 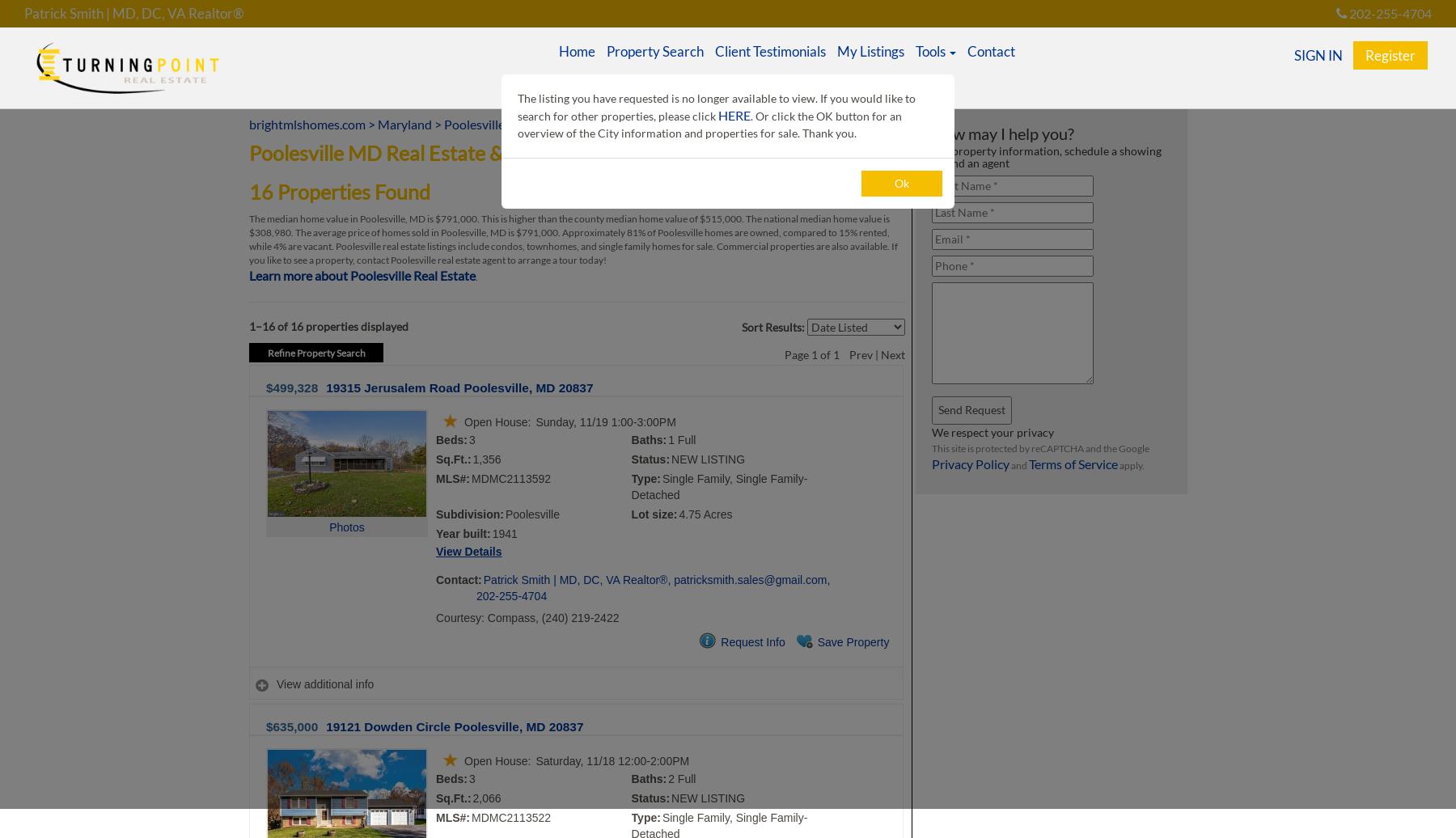 I want to click on 'apply.', so click(x=1130, y=465).